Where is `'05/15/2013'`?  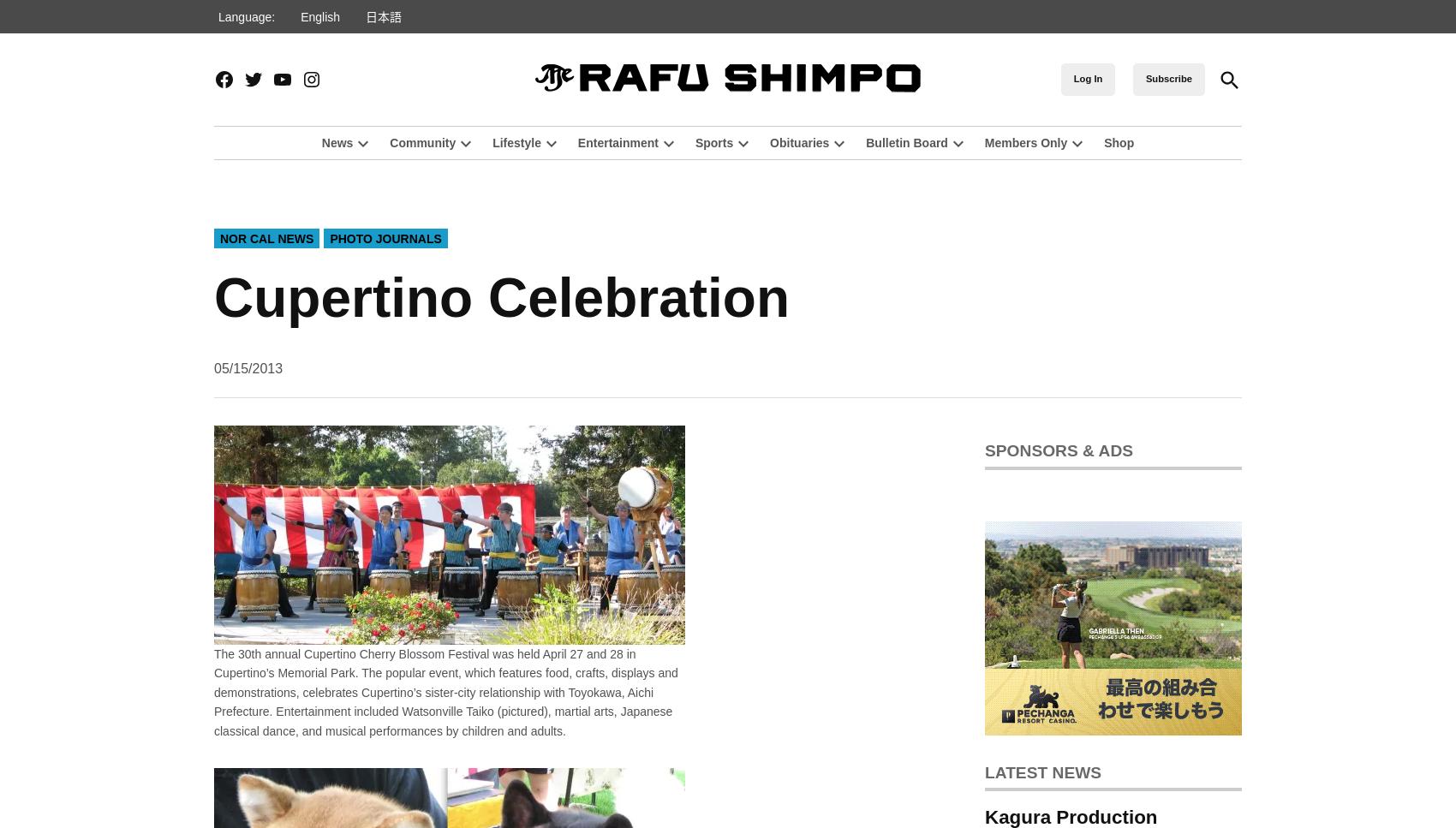 '05/15/2013' is located at coordinates (248, 367).